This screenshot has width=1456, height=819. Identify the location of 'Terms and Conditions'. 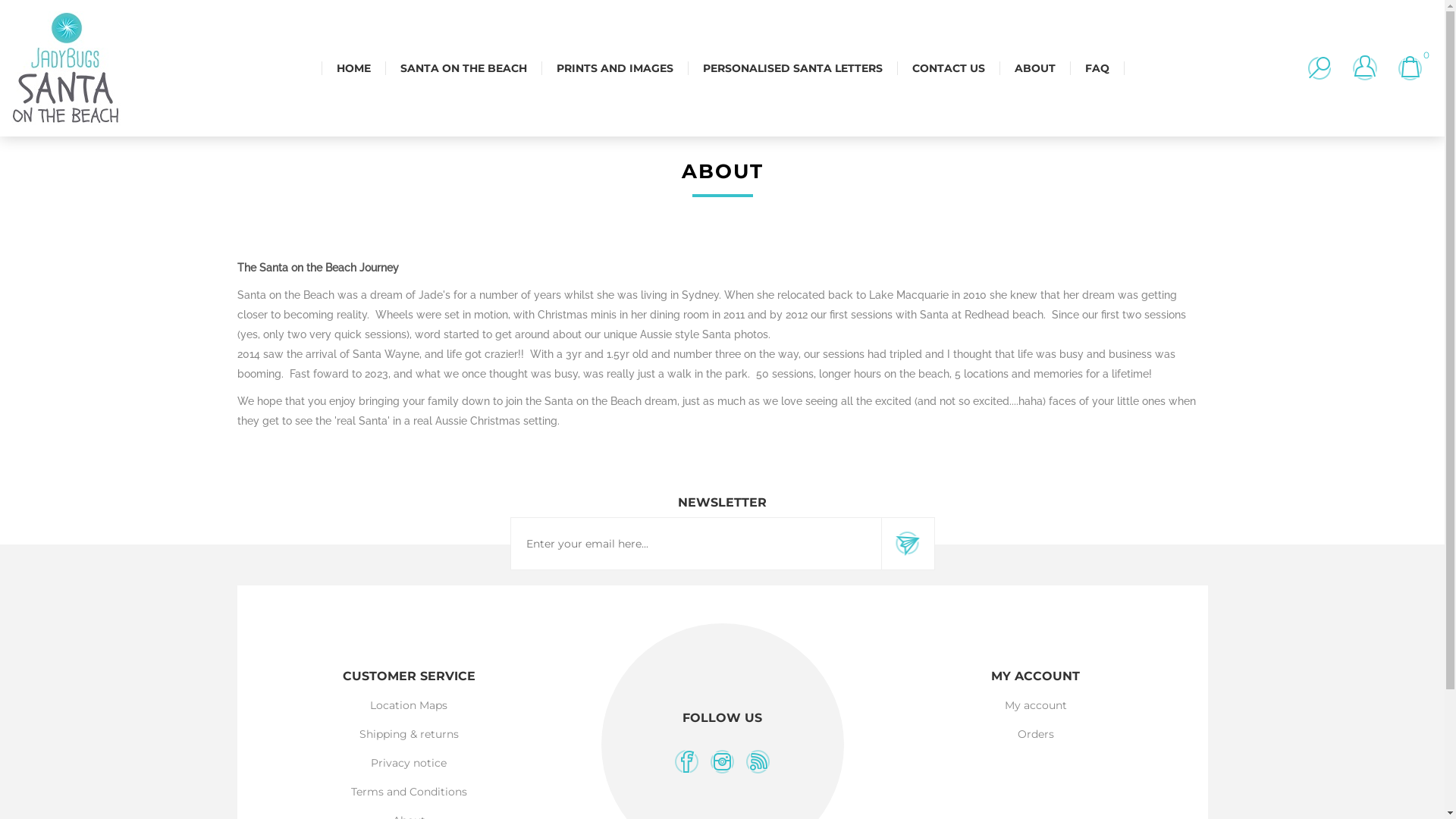
(409, 791).